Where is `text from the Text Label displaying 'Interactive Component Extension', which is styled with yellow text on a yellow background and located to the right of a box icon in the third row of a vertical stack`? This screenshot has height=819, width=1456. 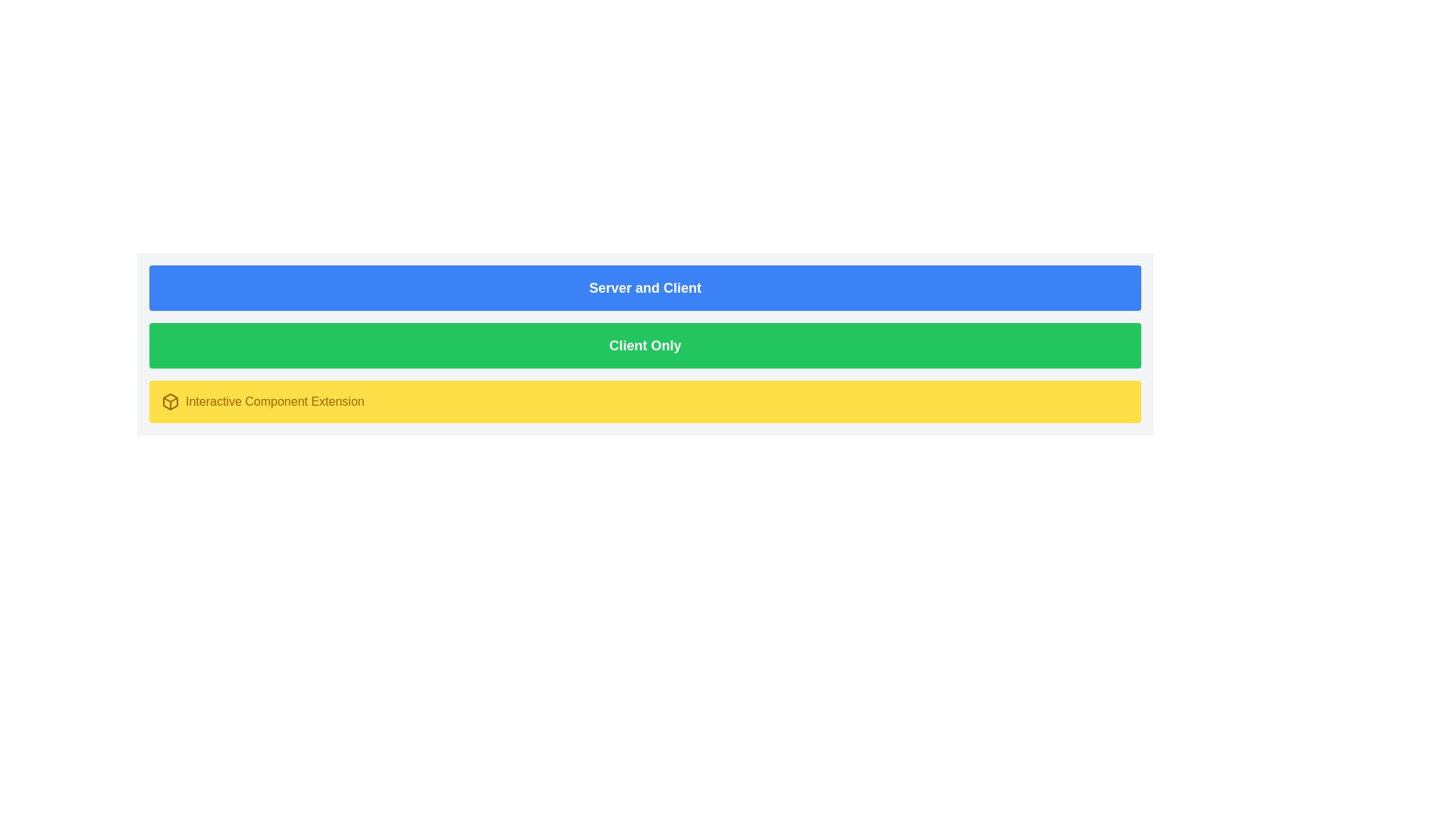 text from the Text Label displaying 'Interactive Component Extension', which is styled with yellow text on a yellow background and located to the right of a box icon in the third row of a vertical stack is located at coordinates (275, 400).